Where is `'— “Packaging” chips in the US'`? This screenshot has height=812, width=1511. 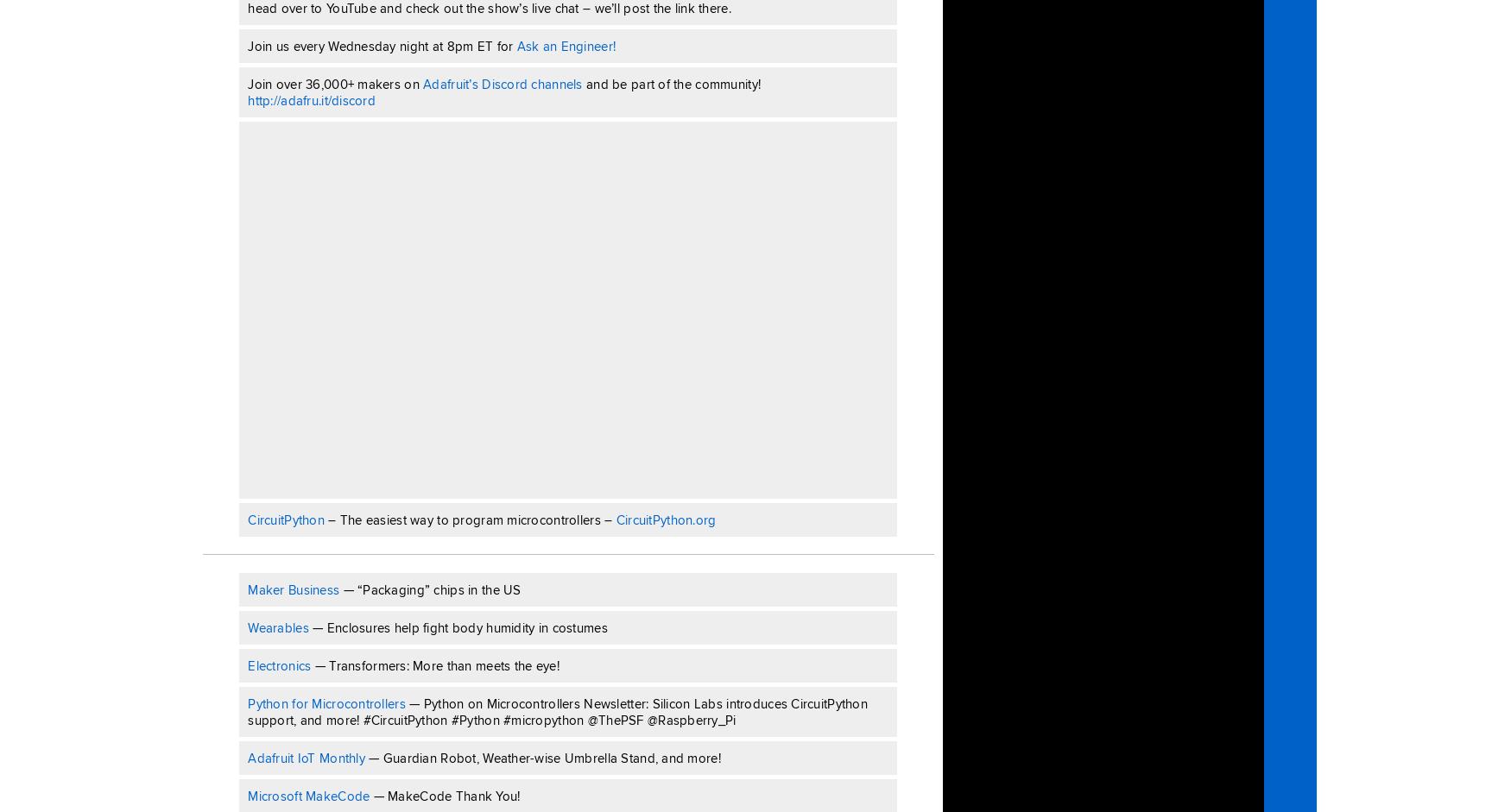 '— “Packaging” chips in the US' is located at coordinates (430, 589).